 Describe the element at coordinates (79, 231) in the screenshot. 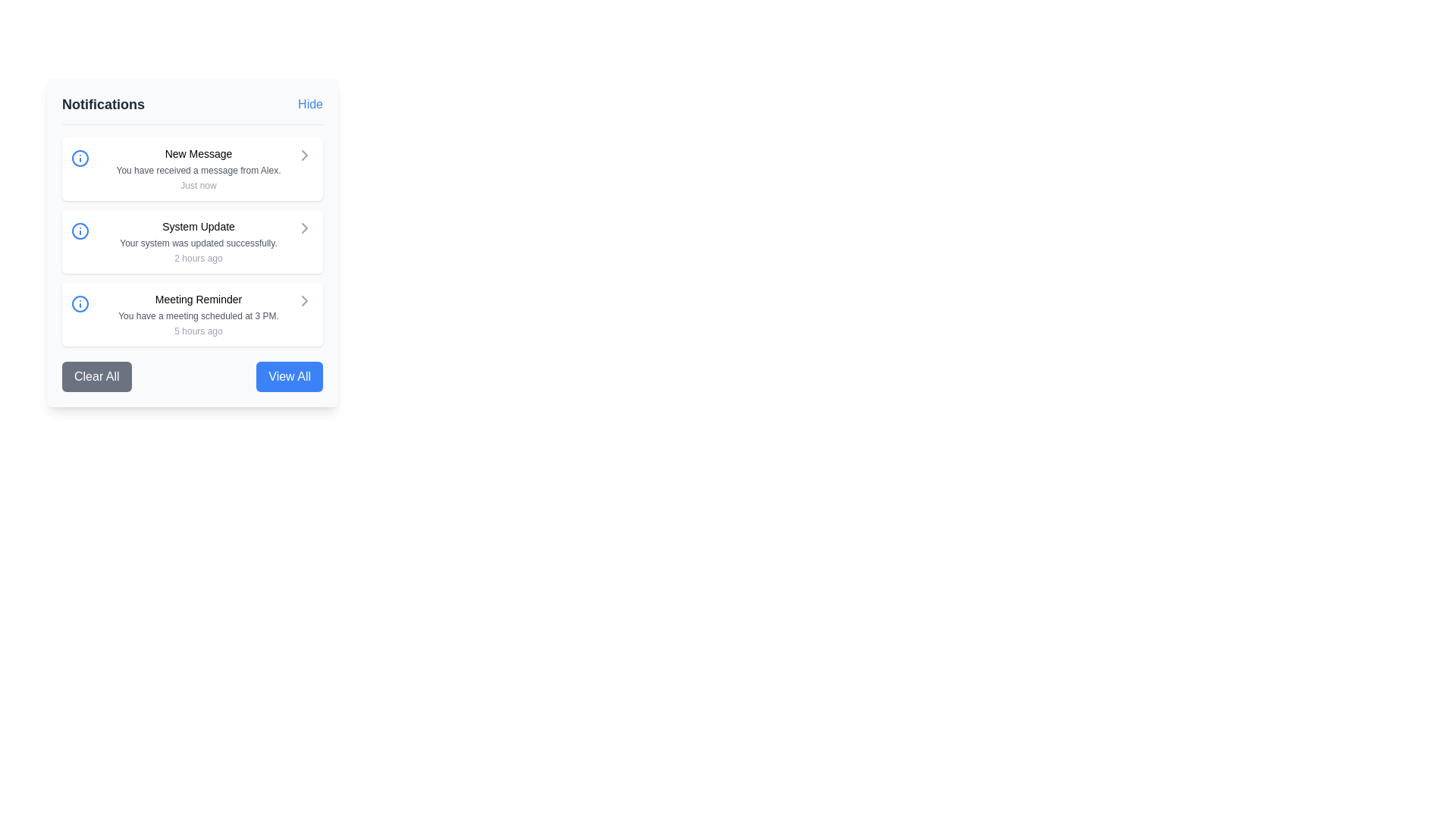

I see `the information icon located in the top-left corner of the 'System Update' notification card, which provides context to the notification` at that location.